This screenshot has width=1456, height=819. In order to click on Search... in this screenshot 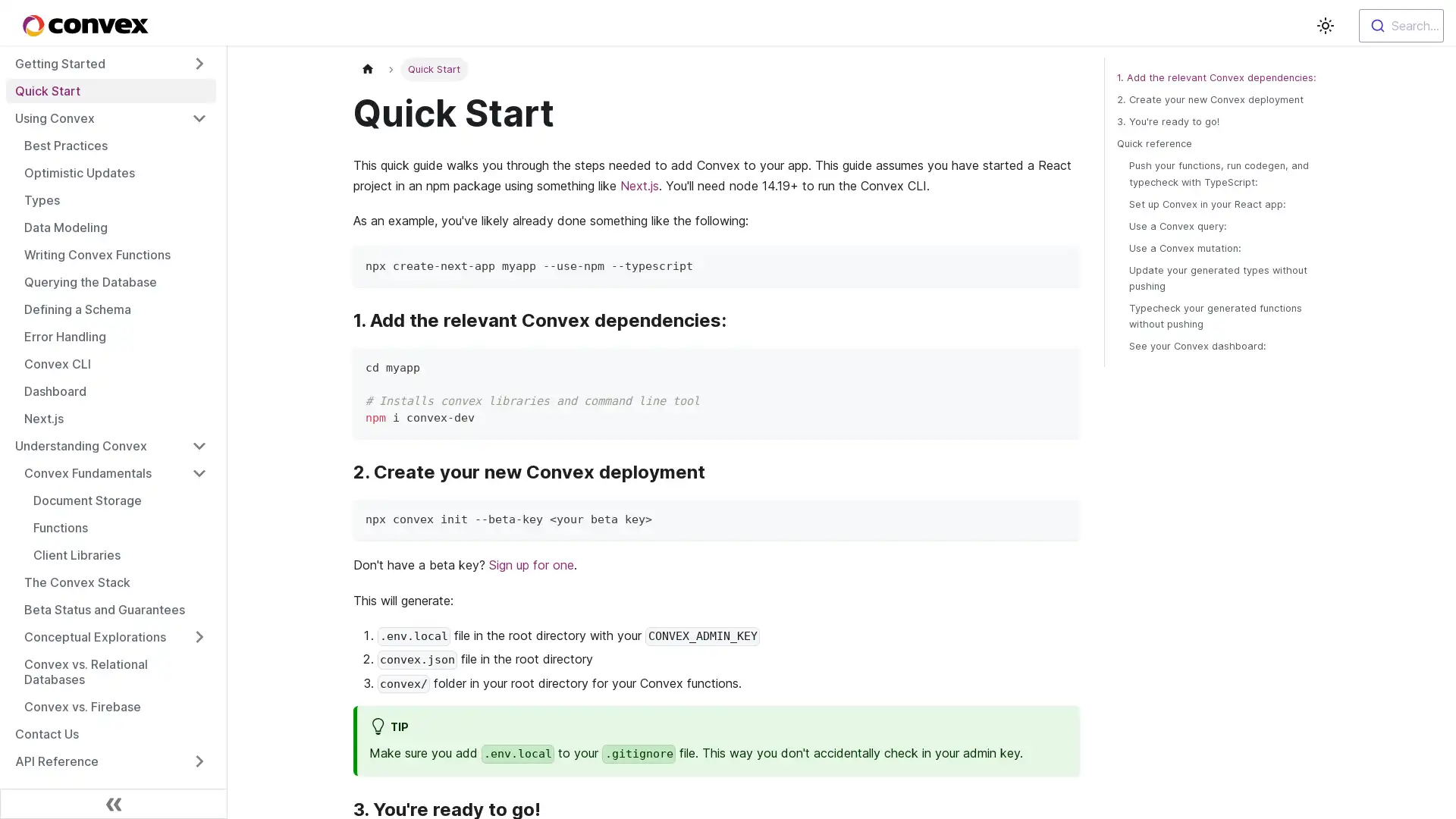, I will do `click(1401, 26)`.